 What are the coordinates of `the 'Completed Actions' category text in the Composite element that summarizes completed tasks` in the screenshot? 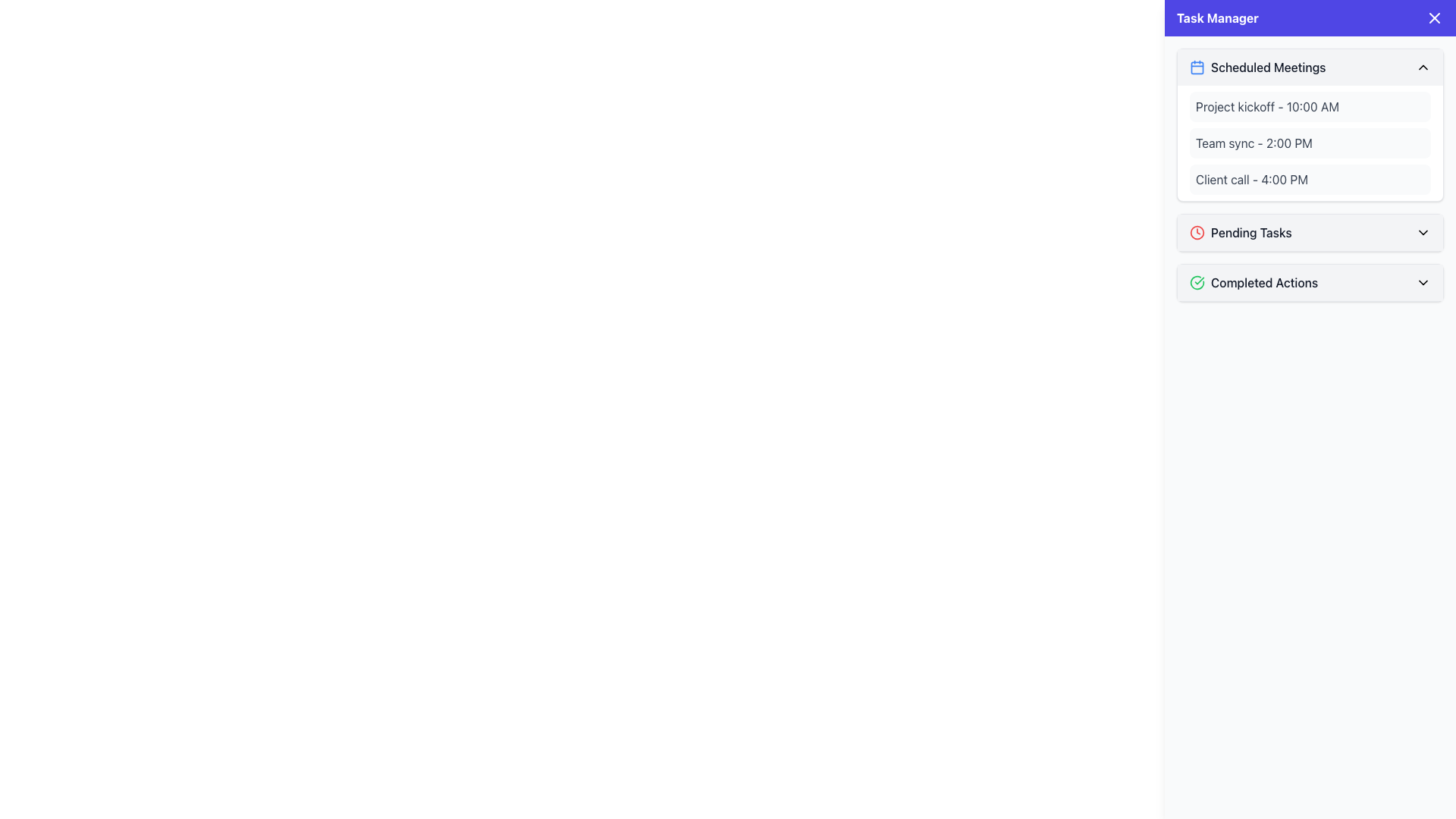 It's located at (1254, 283).